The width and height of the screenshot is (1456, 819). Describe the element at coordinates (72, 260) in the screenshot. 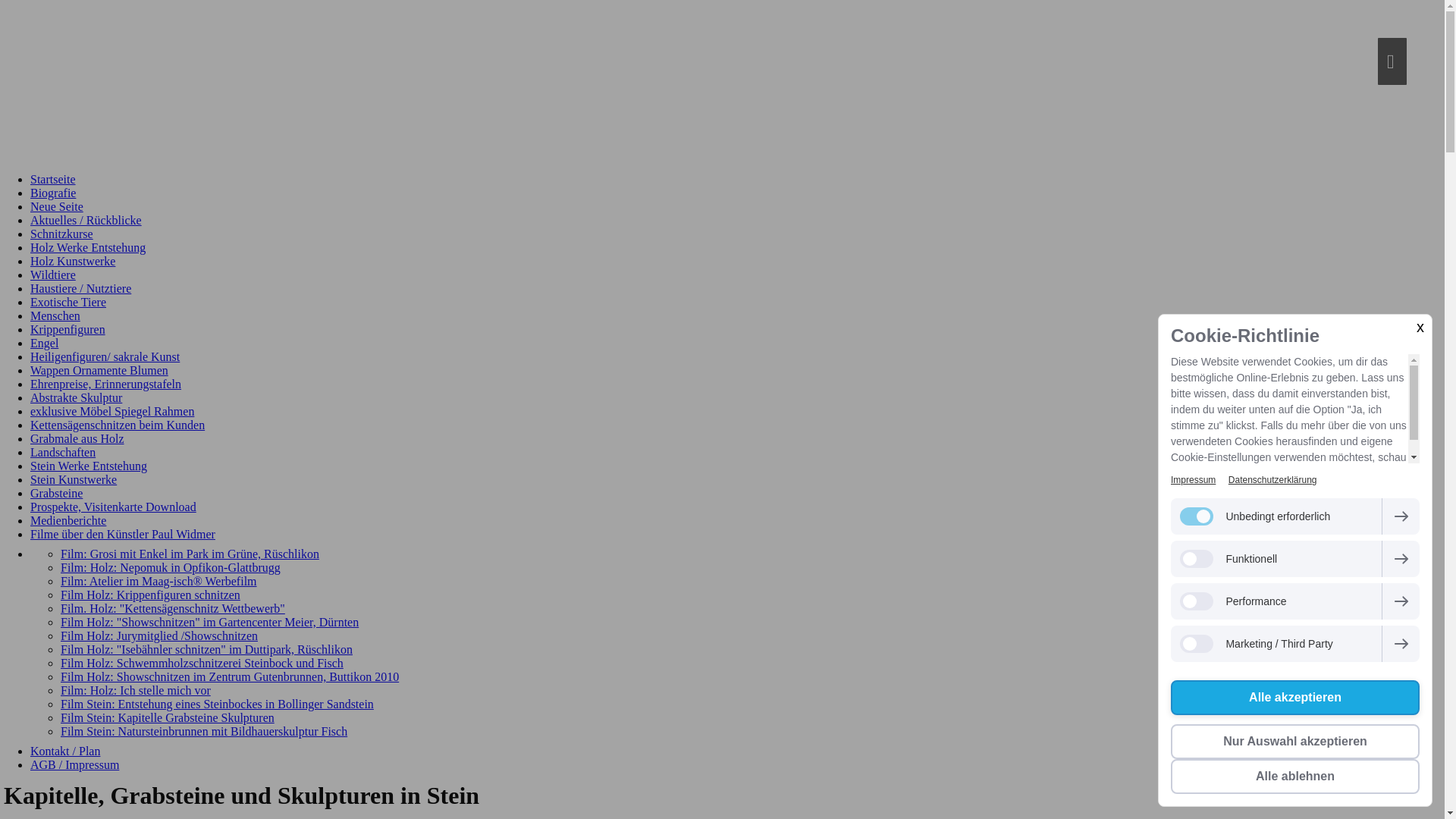

I see `'Holz Kunstwerke'` at that location.